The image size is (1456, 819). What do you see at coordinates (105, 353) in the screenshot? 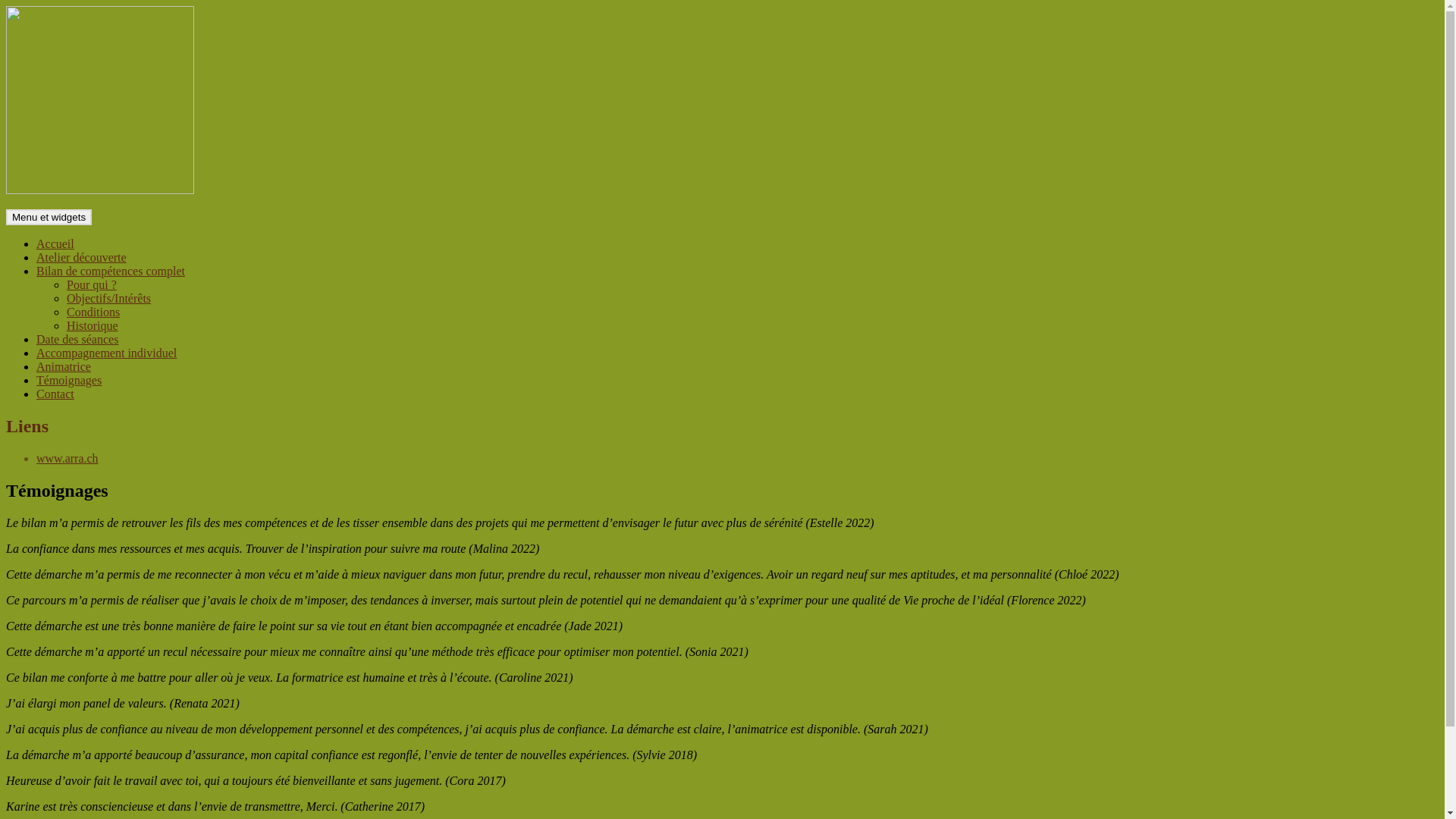
I see `'Accompagnement individuel'` at bounding box center [105, 353].